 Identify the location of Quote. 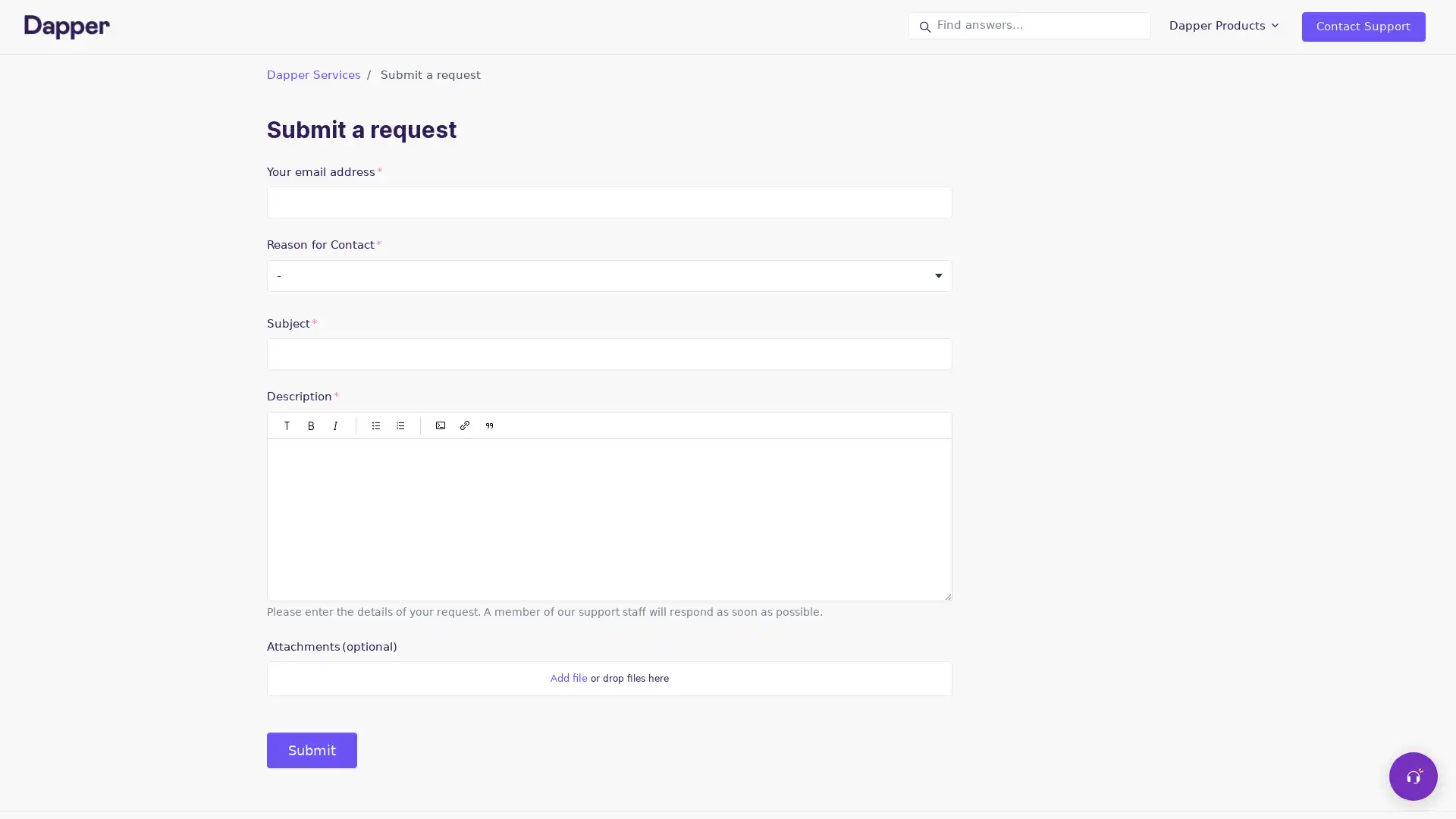
(488, 425).